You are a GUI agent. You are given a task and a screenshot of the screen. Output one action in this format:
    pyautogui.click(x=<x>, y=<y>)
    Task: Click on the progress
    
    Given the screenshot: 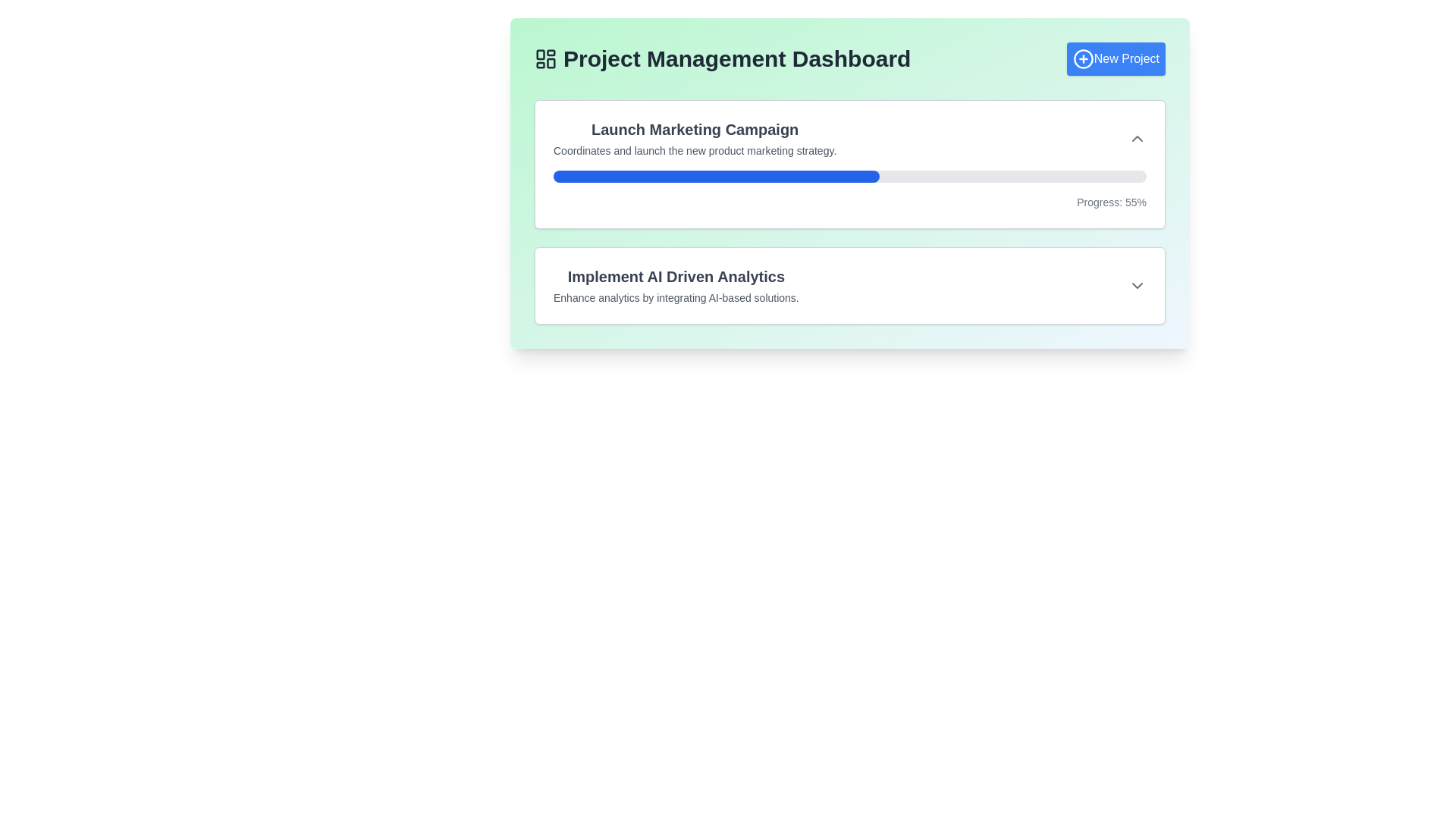 What is the action you would take?
    pyautogui.click(x=731, y=175)
    